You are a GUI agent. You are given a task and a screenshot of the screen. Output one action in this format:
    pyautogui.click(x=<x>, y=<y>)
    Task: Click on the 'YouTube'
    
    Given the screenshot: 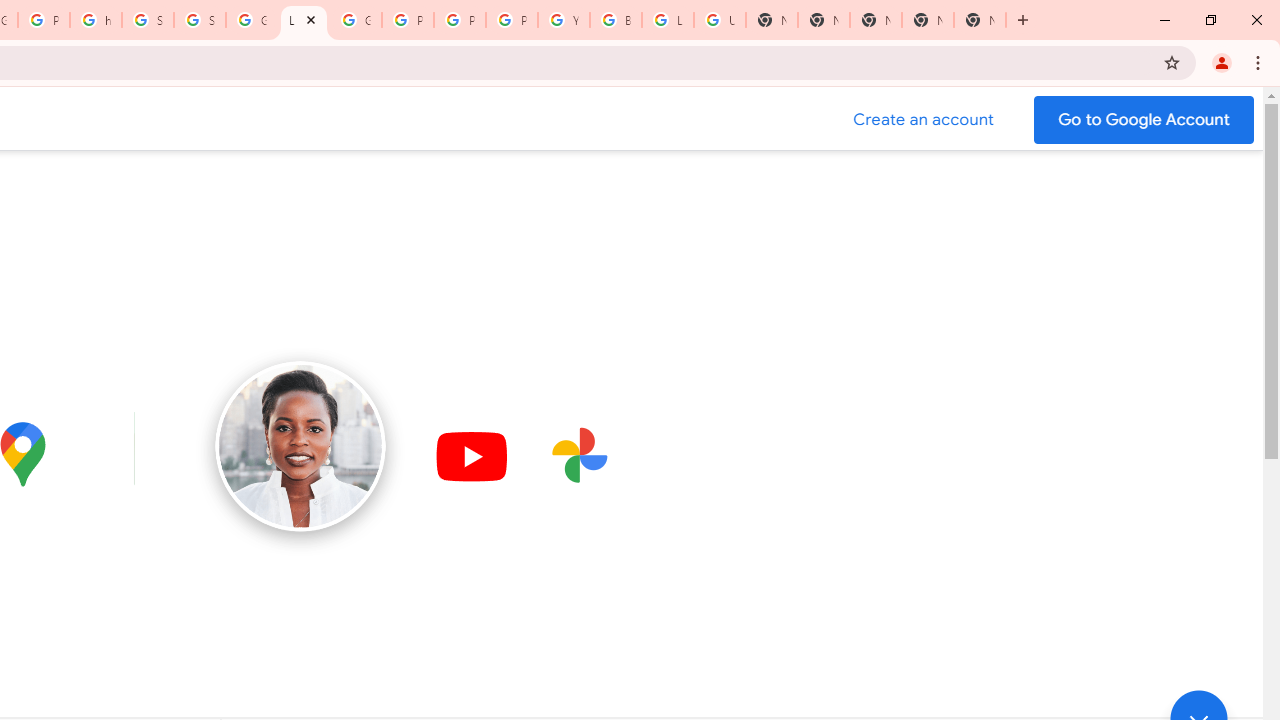 What is the action you would take?
    pyautogui.click(x=562, y=20)
    